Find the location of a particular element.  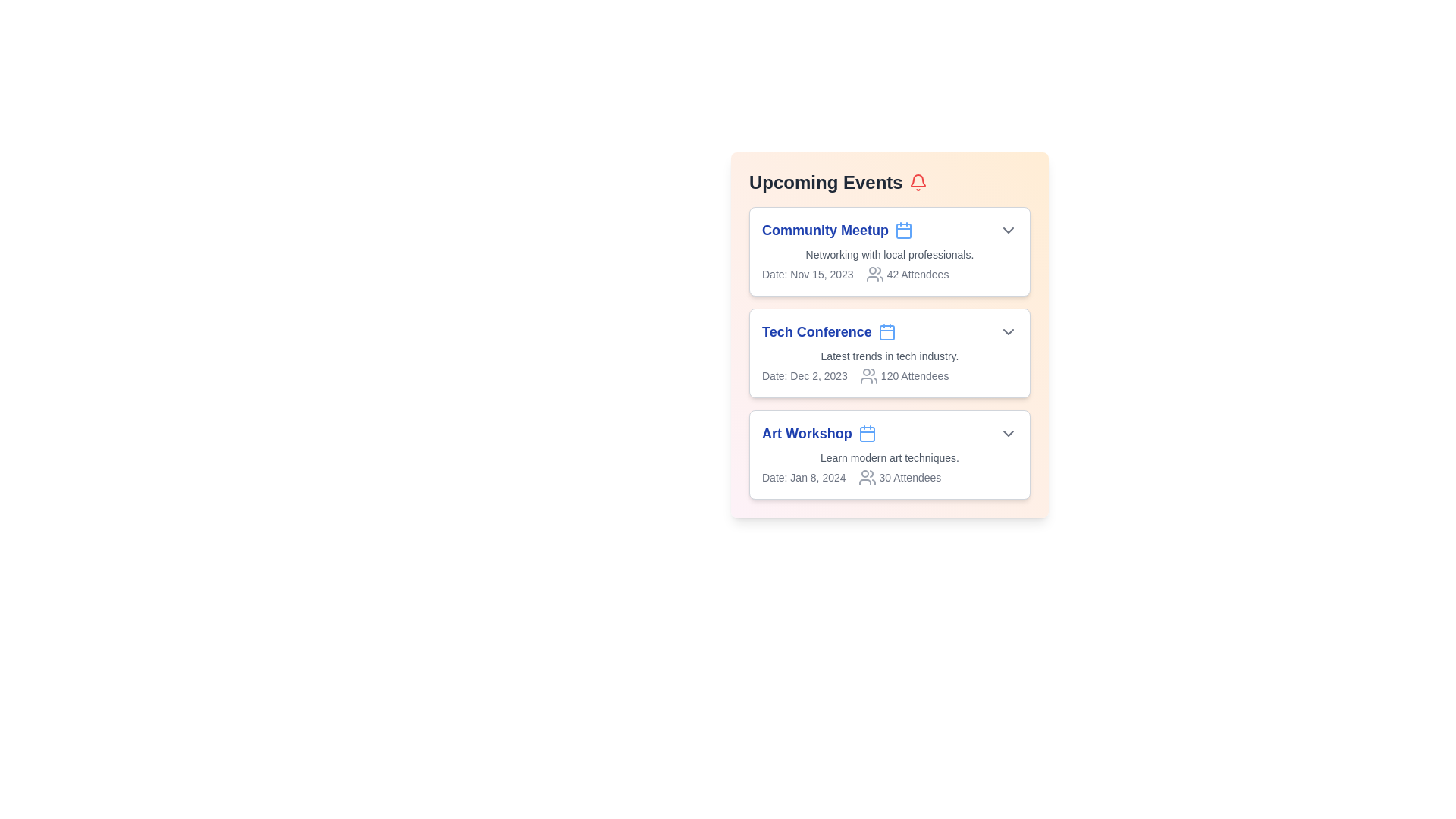

the dropdown button of the event titled Art Workshop to expand or collapse its details is located at coordinates (1008, 433).